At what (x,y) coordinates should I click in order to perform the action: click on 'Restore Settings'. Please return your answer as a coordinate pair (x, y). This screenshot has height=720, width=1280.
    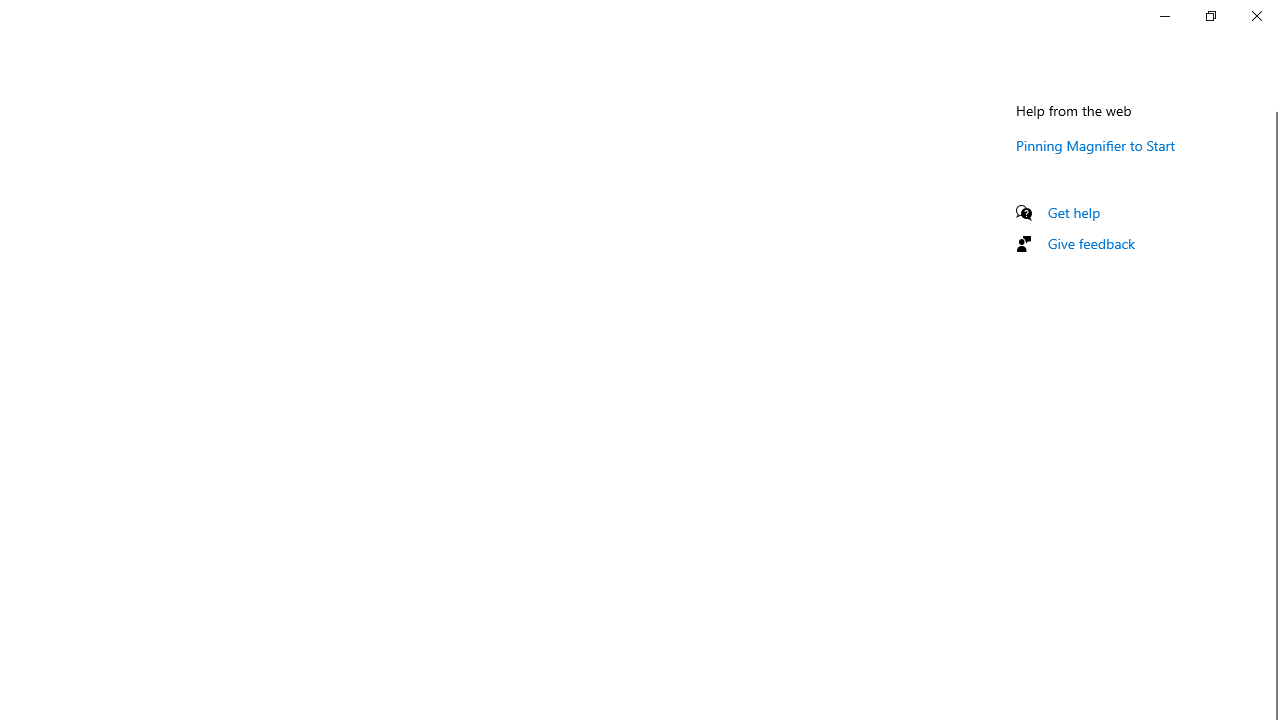
    Looking at the image, I should click on (1209, 15).